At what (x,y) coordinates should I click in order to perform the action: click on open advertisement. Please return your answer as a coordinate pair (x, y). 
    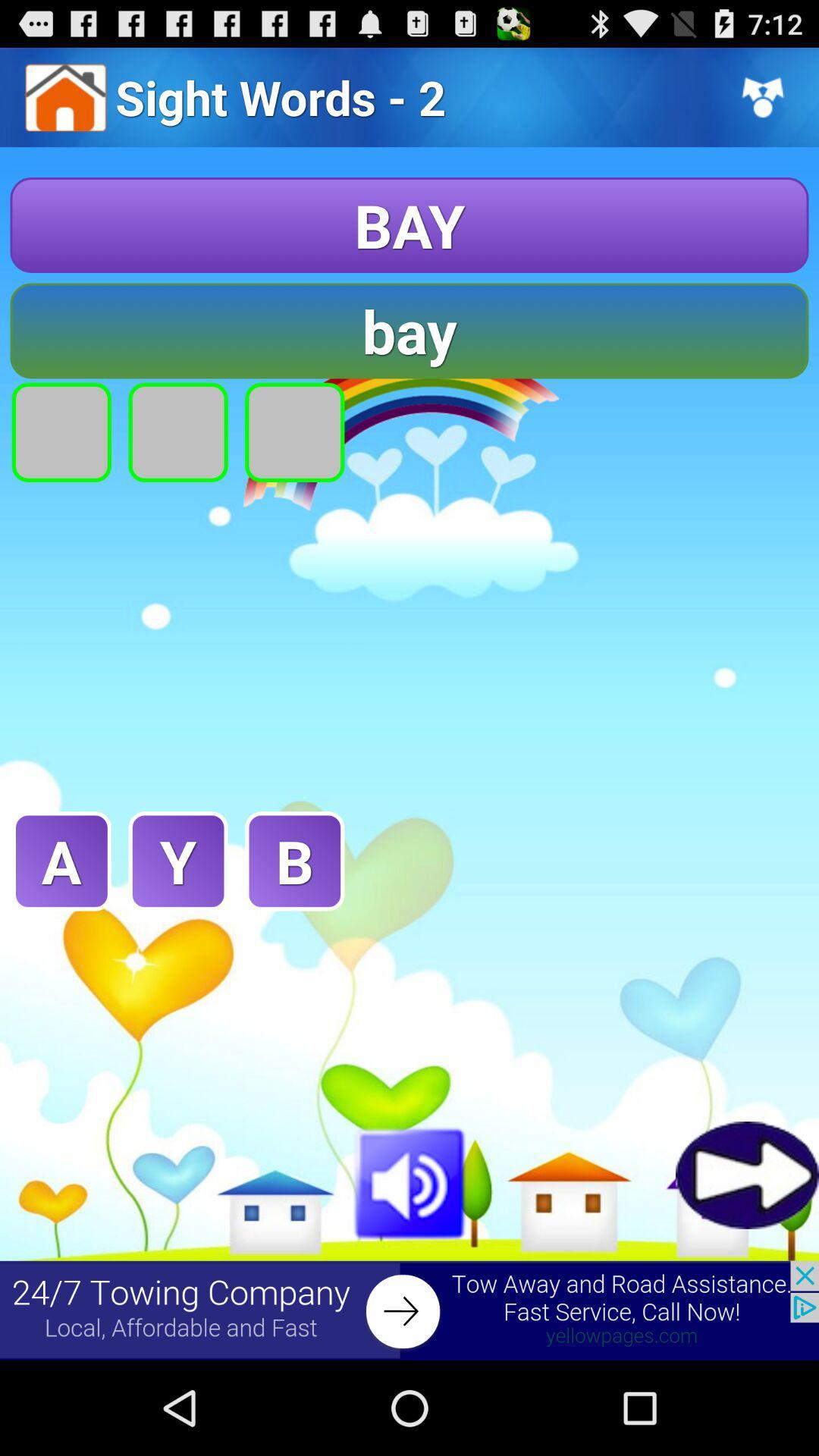
    Looking at the image, I should click on (409, 1310).